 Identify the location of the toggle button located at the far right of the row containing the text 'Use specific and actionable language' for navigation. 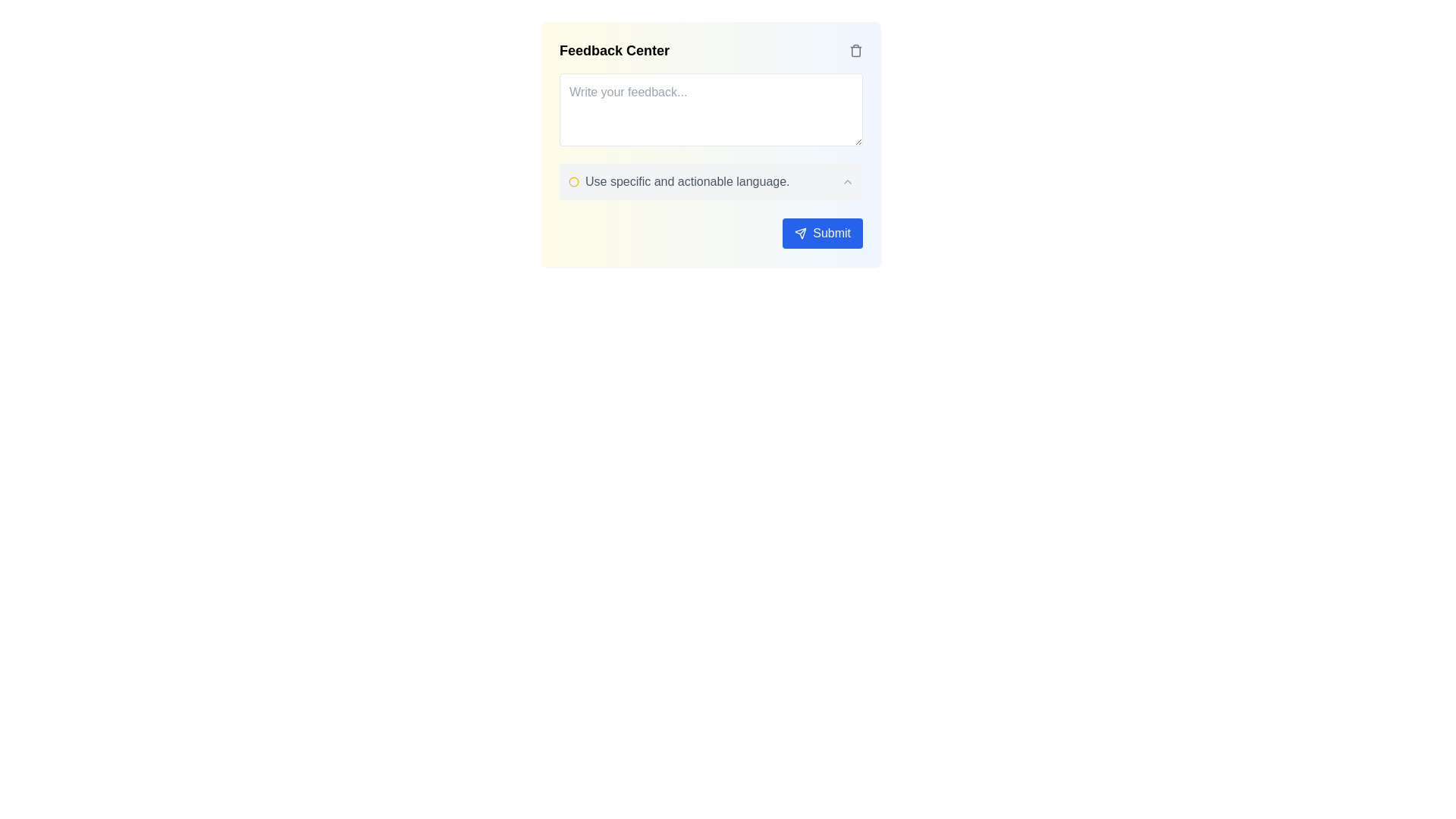
(847, 180).